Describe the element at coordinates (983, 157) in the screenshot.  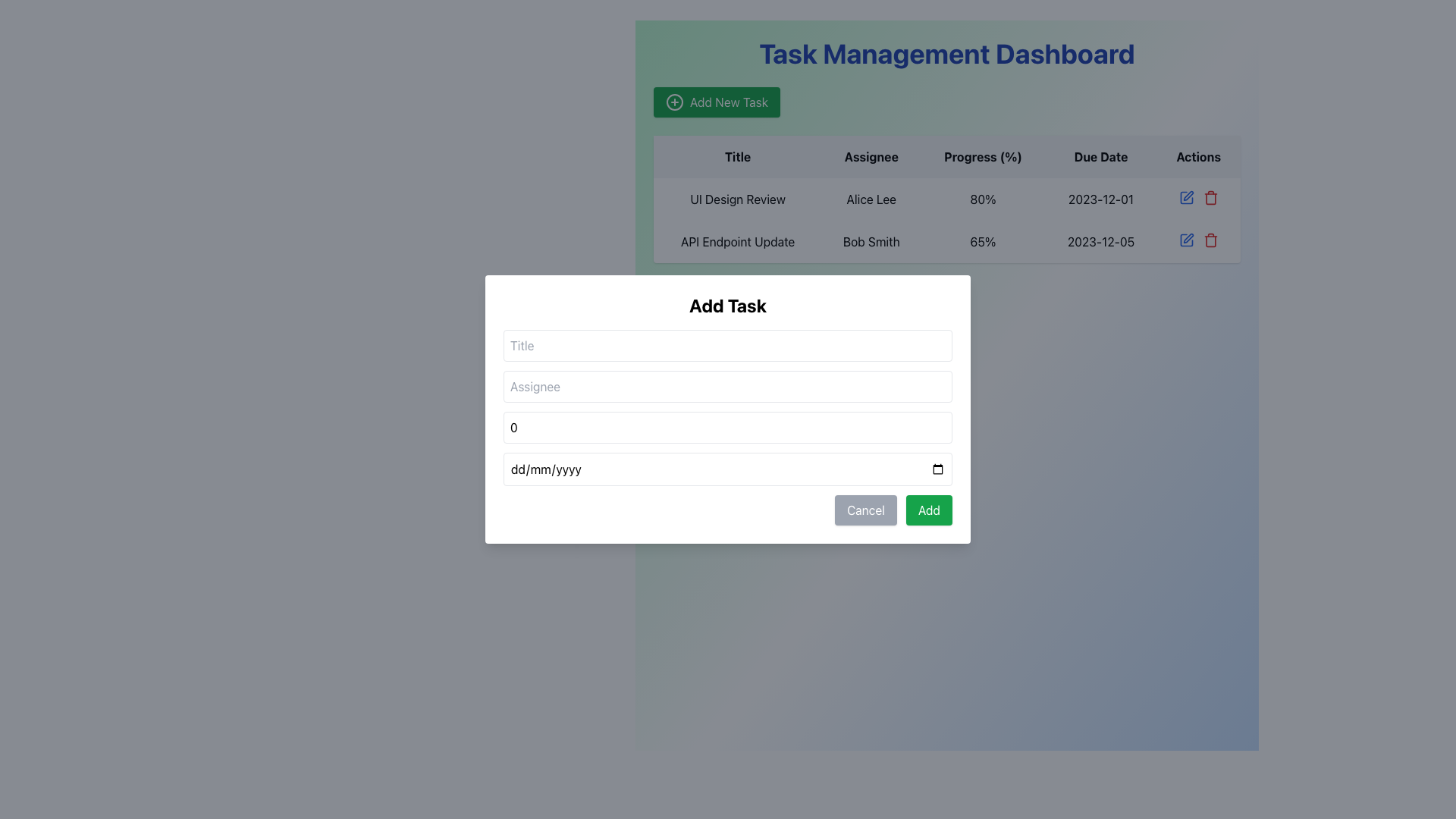
I see `the Text Label in the third column header indicating the percentage progress of tasks, located between 'Assignee' and 'Due Date'` at that location.